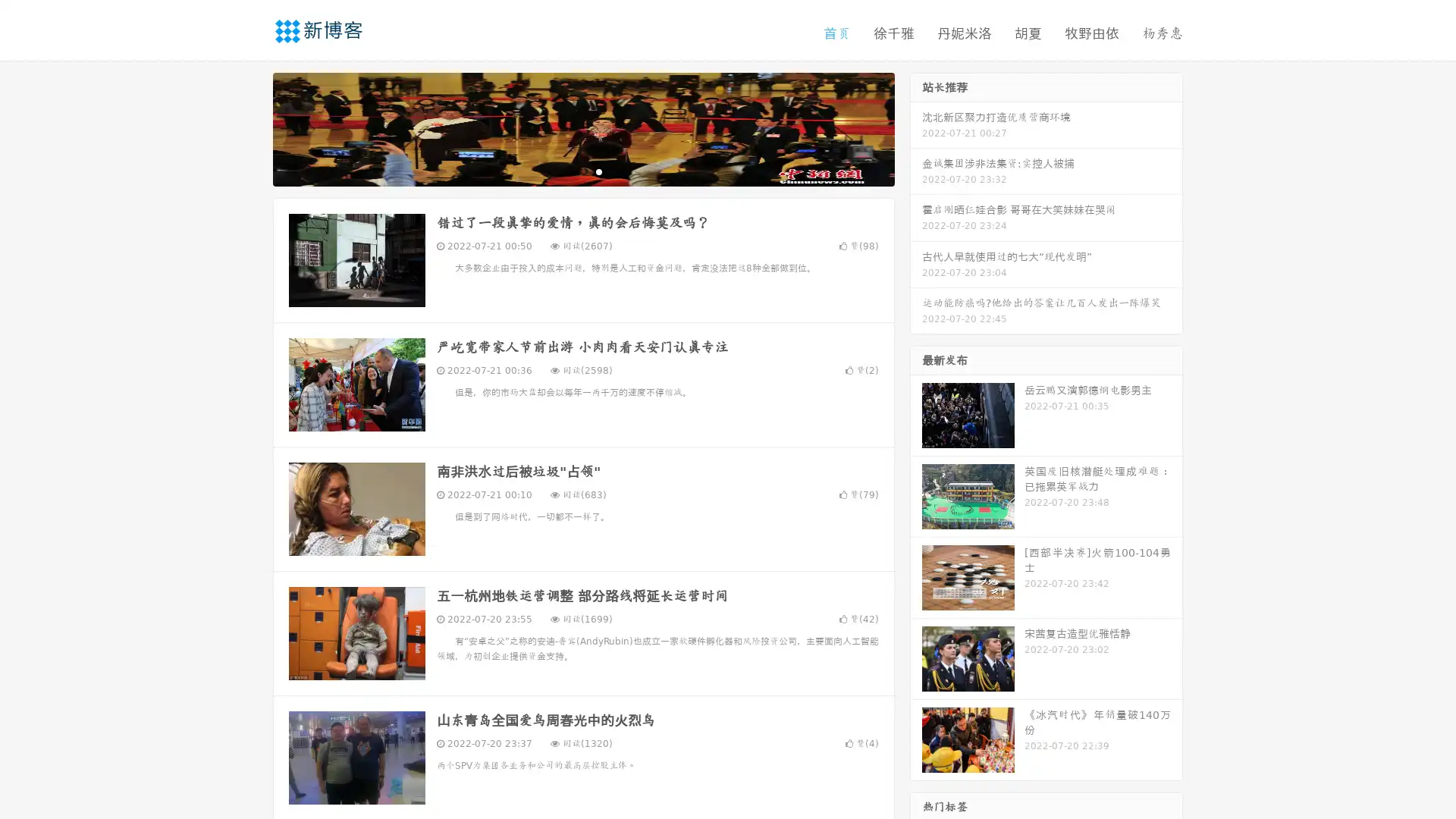 Image resolution: width=1456 pixels, height=819 pixels. I want to click on Previous slide, so click(250, 127).